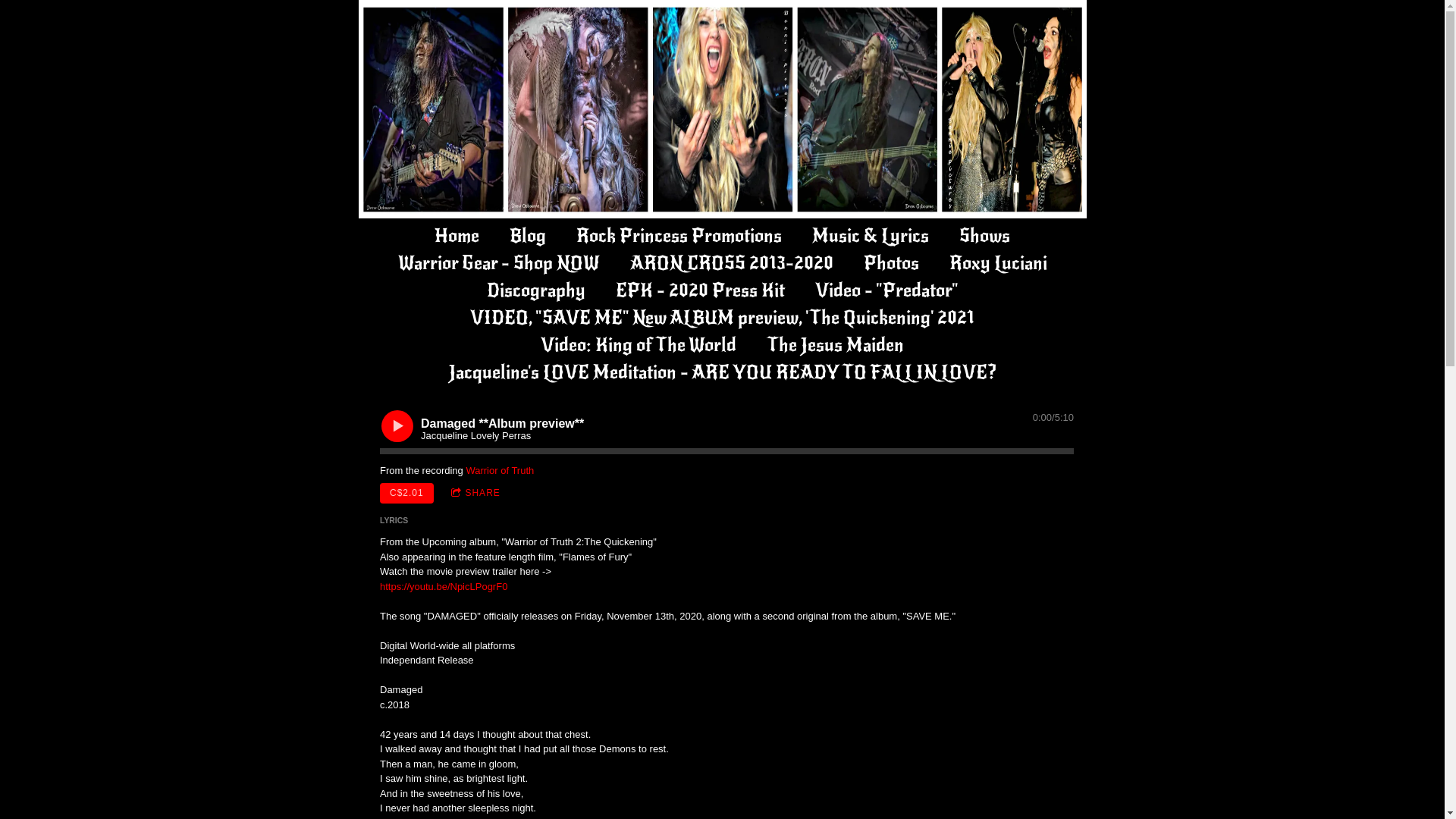 The width and height of the screenshot is (1456, 819). What do you see at coordinates (731, 262) in the screenshot?
I see `'ARON CROSS 2013-2020'` at bounding box center [731, 262].